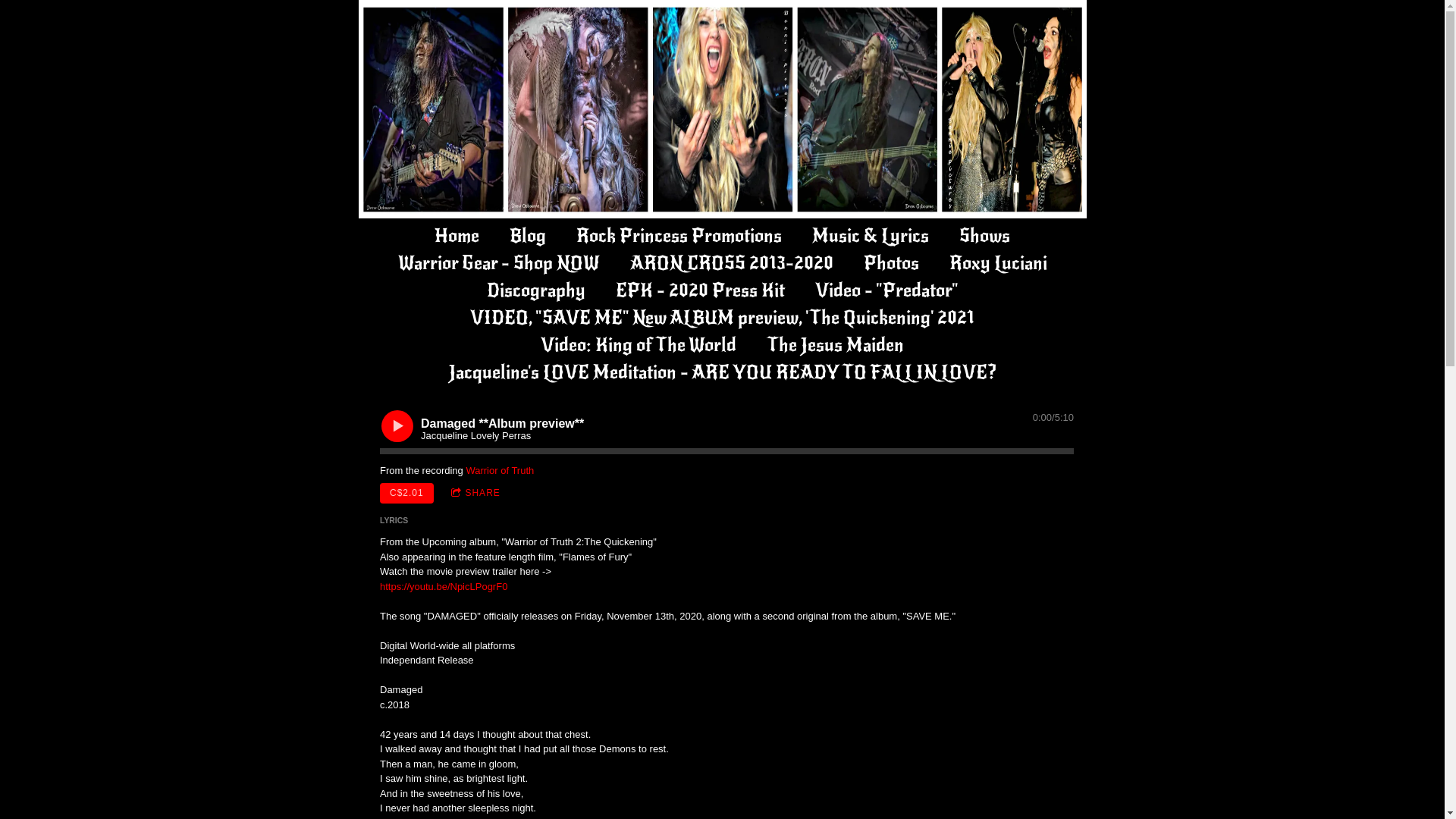 The width and height of the screenshot is (1456, 819). What do you see at coordinates (731, 262) in the screenshot?
I see `'ARON CROSS 2013-2020'` at bounding box center [731, 262].